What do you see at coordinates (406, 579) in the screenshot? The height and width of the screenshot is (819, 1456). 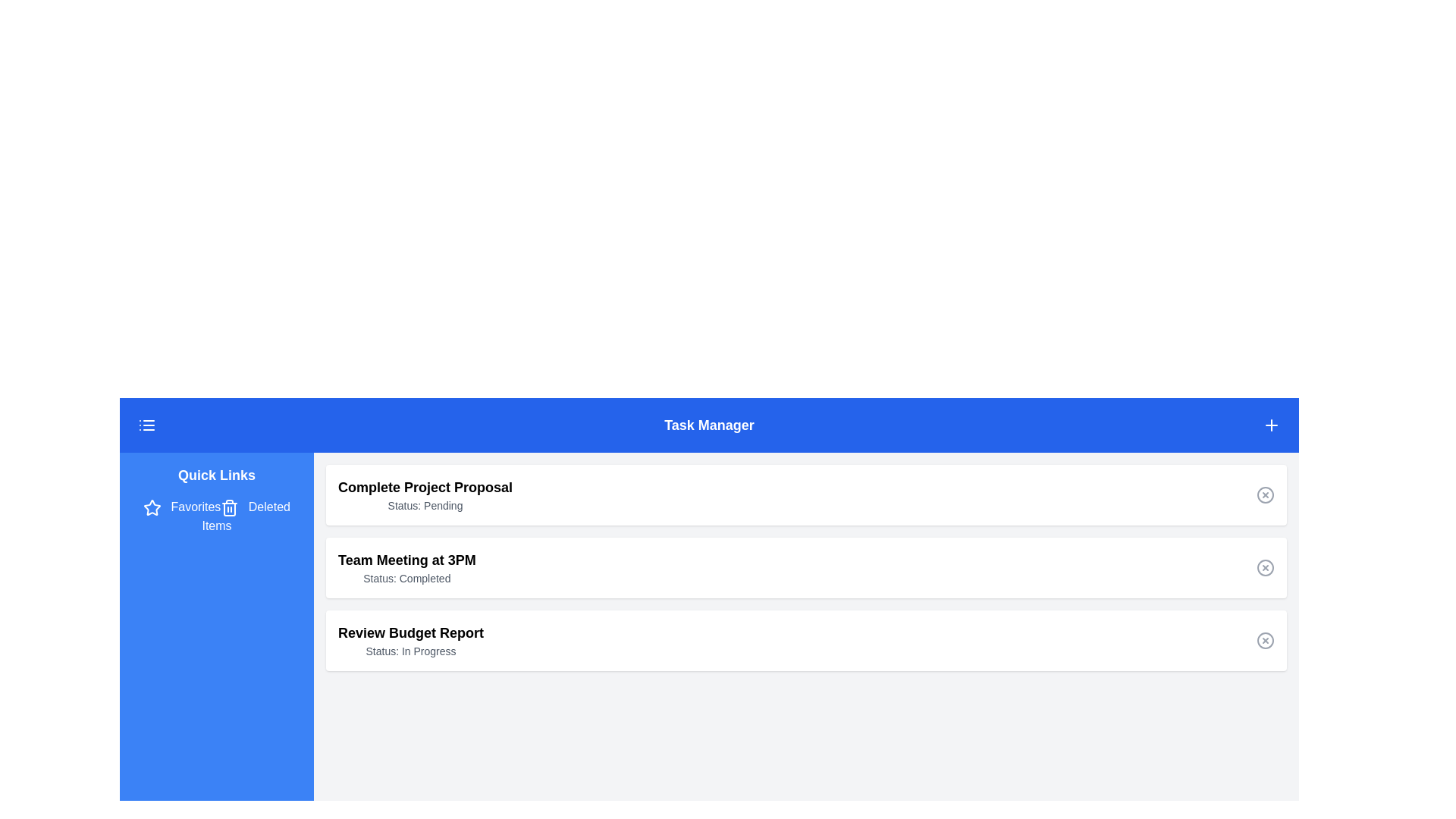 I see `the 'Status: Completed' text label, which is located below the 'Team Meeting at 3PM' text and aligned with other status elements in the list` at bounding box center [406, 579].